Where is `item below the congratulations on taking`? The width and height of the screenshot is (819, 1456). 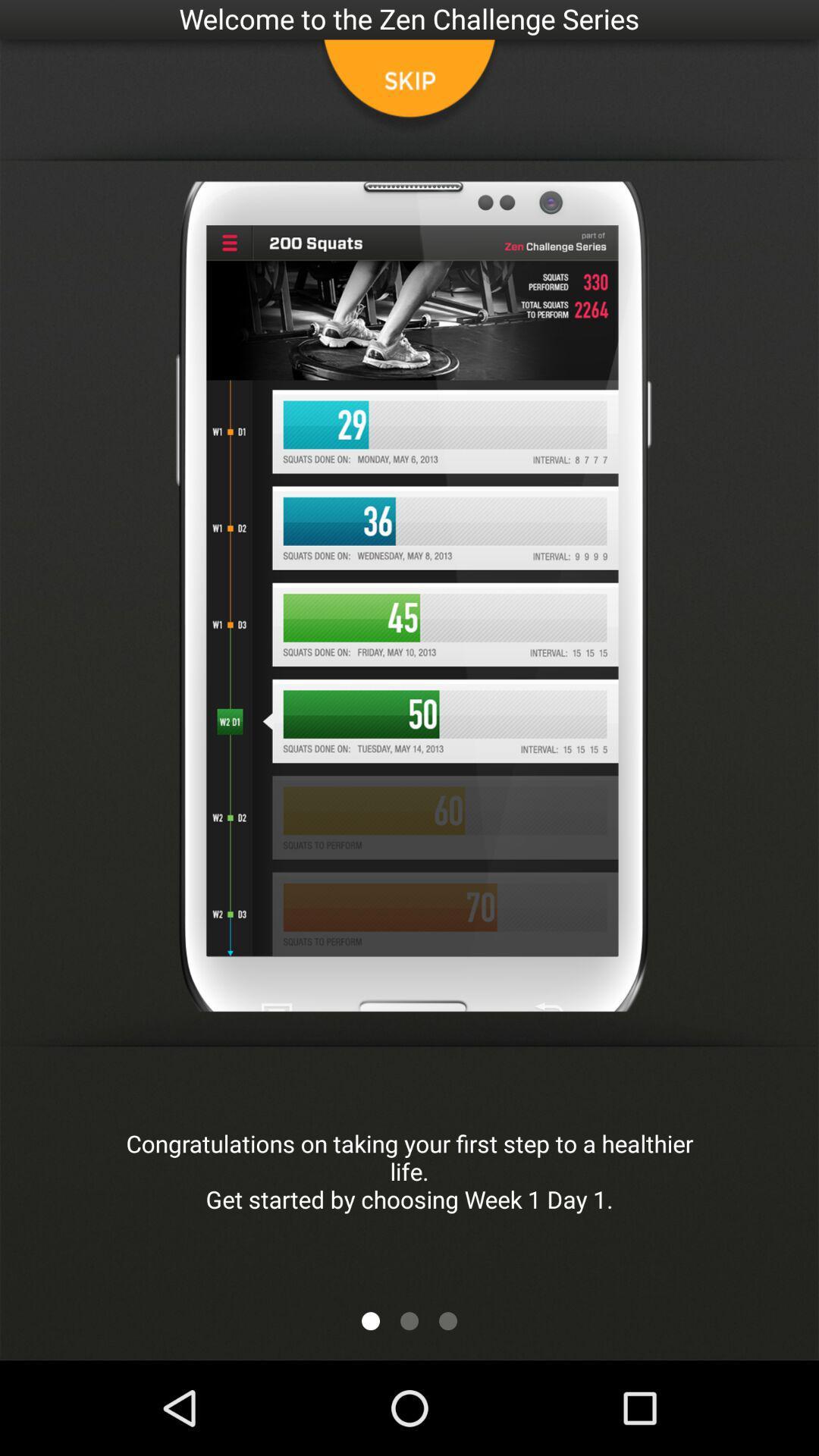
item below the congratulations on taking is located at coordinates (447, 1320).